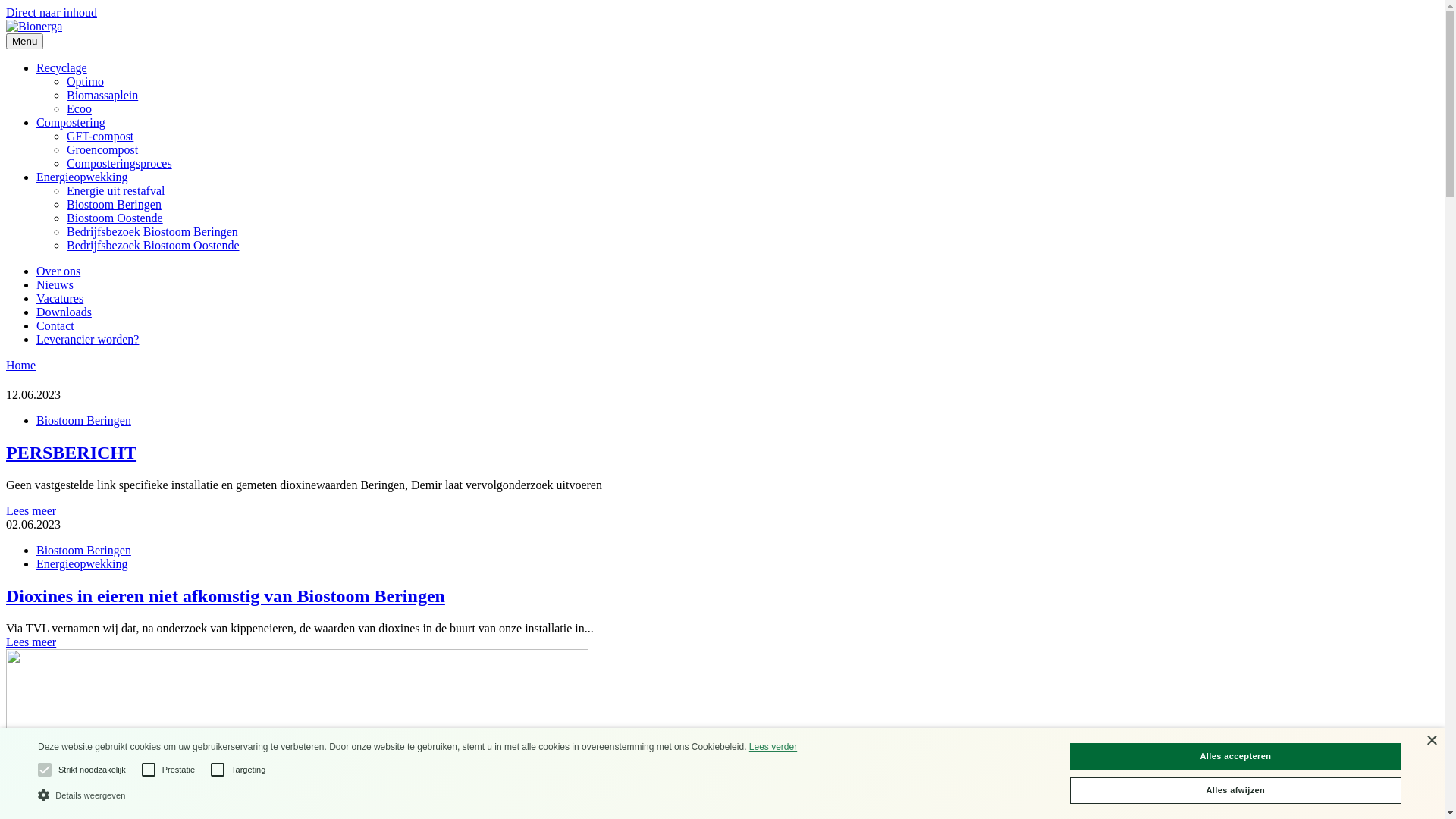  What do you see at coordinates (118, 163) in the screenshot?
I see `'Composteringsproces'` at bounding box center [118, 163].